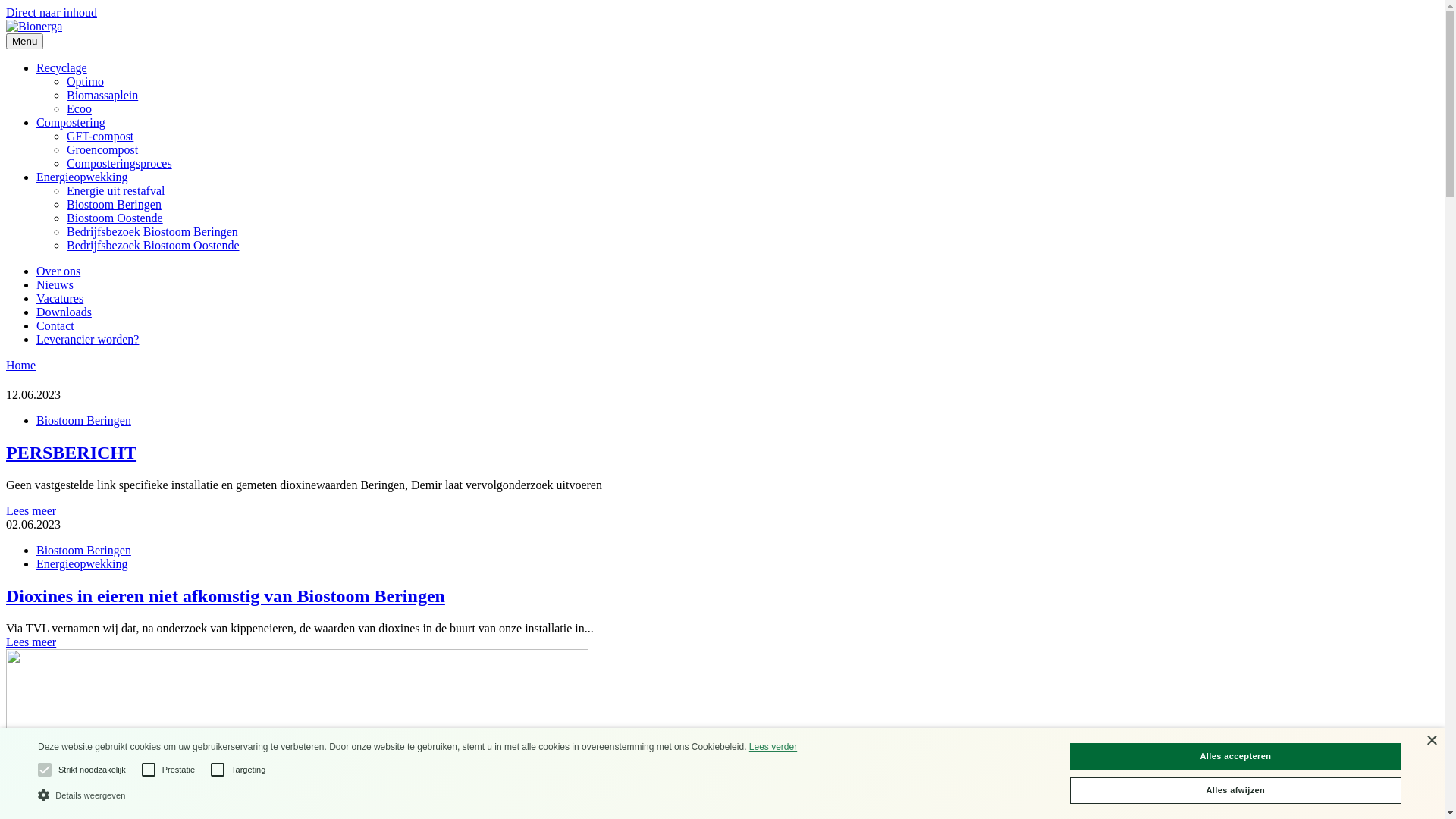  What do you see at coordinates (118, 163) in the screenshot?
I see `'Composteringsproces'` at bounding box center [118, 163].